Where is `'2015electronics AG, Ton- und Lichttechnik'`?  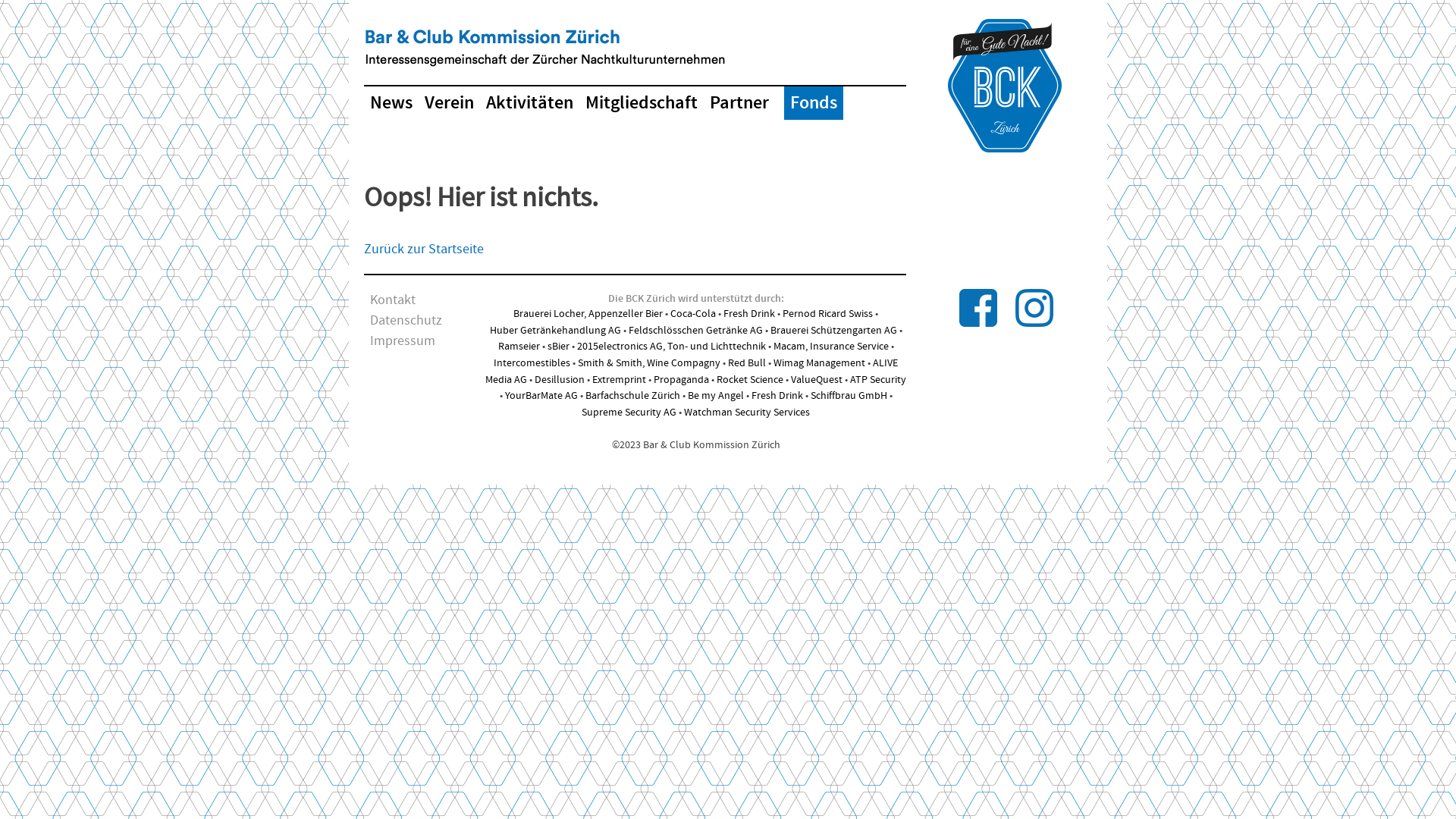 '2015electronics AG, Ton- und Lichttechnik' is located at coordinates (670, 346).